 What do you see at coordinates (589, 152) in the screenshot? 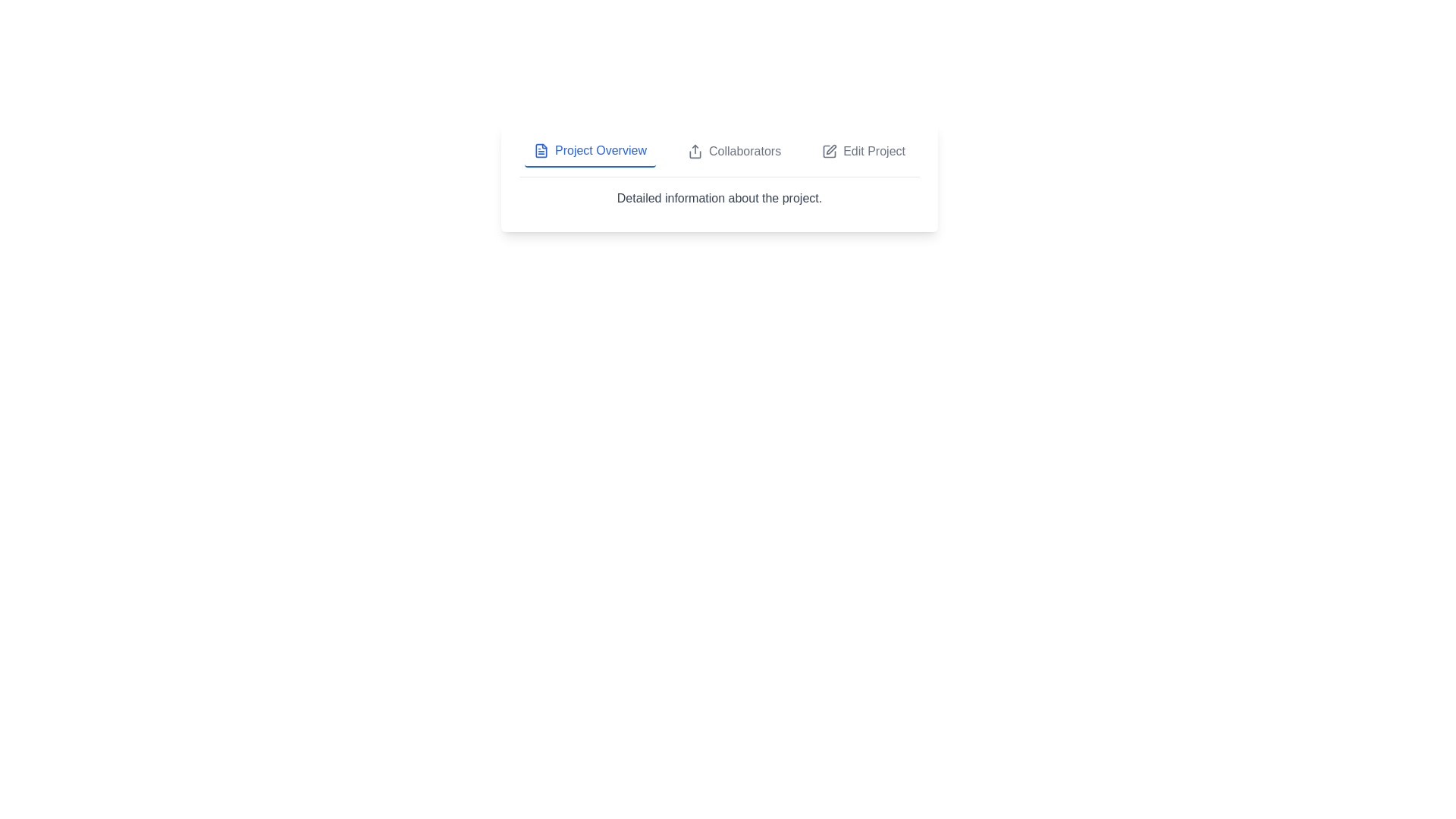
I see `the Project Overview tab to view its content` at bounding box center [589, 152].